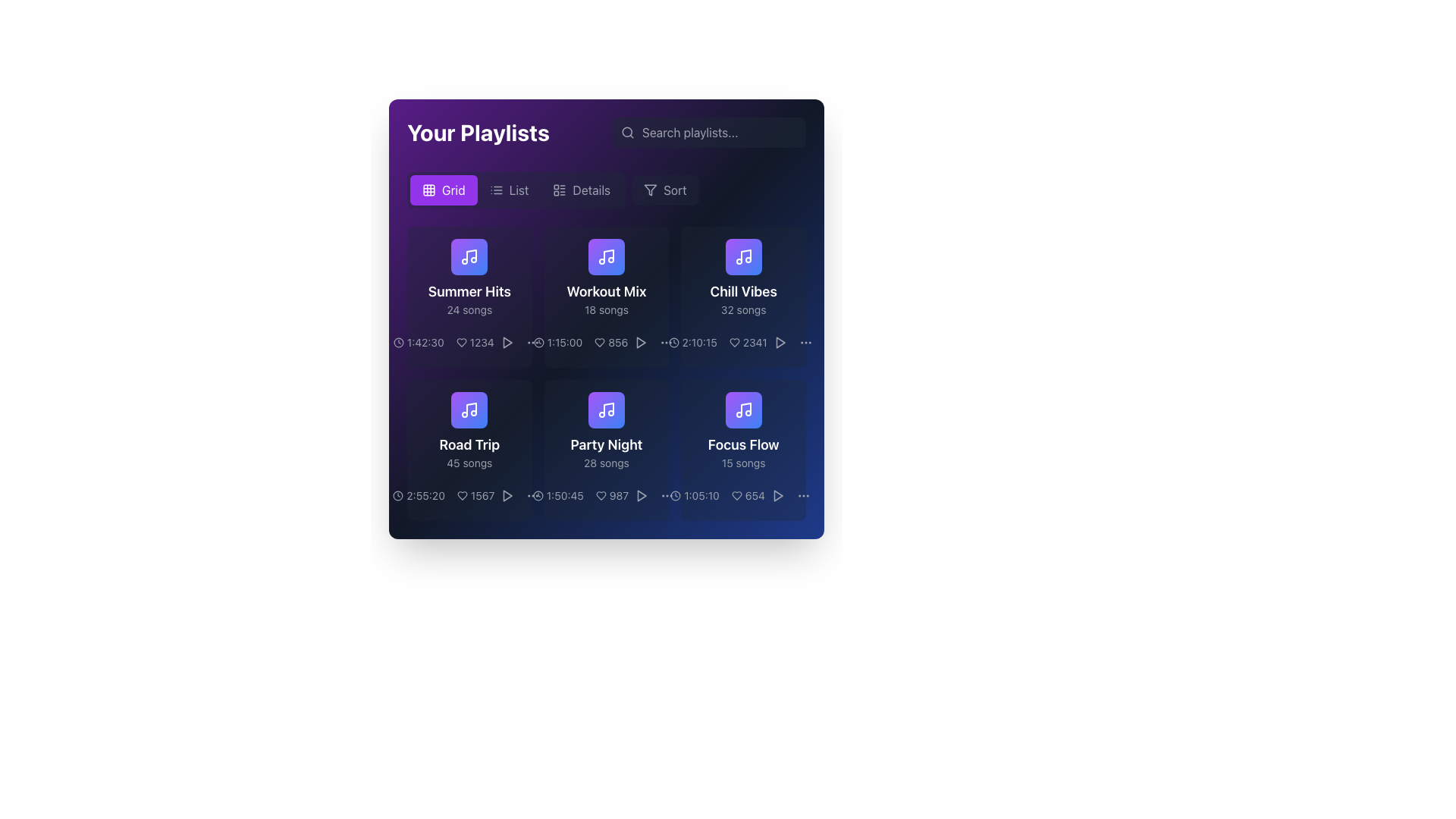 Image resolution: width=1456 pixels, height=819 pixels. I want to click on the circular interactive button with a gray background and ellipsis icon, so click(667, 342).